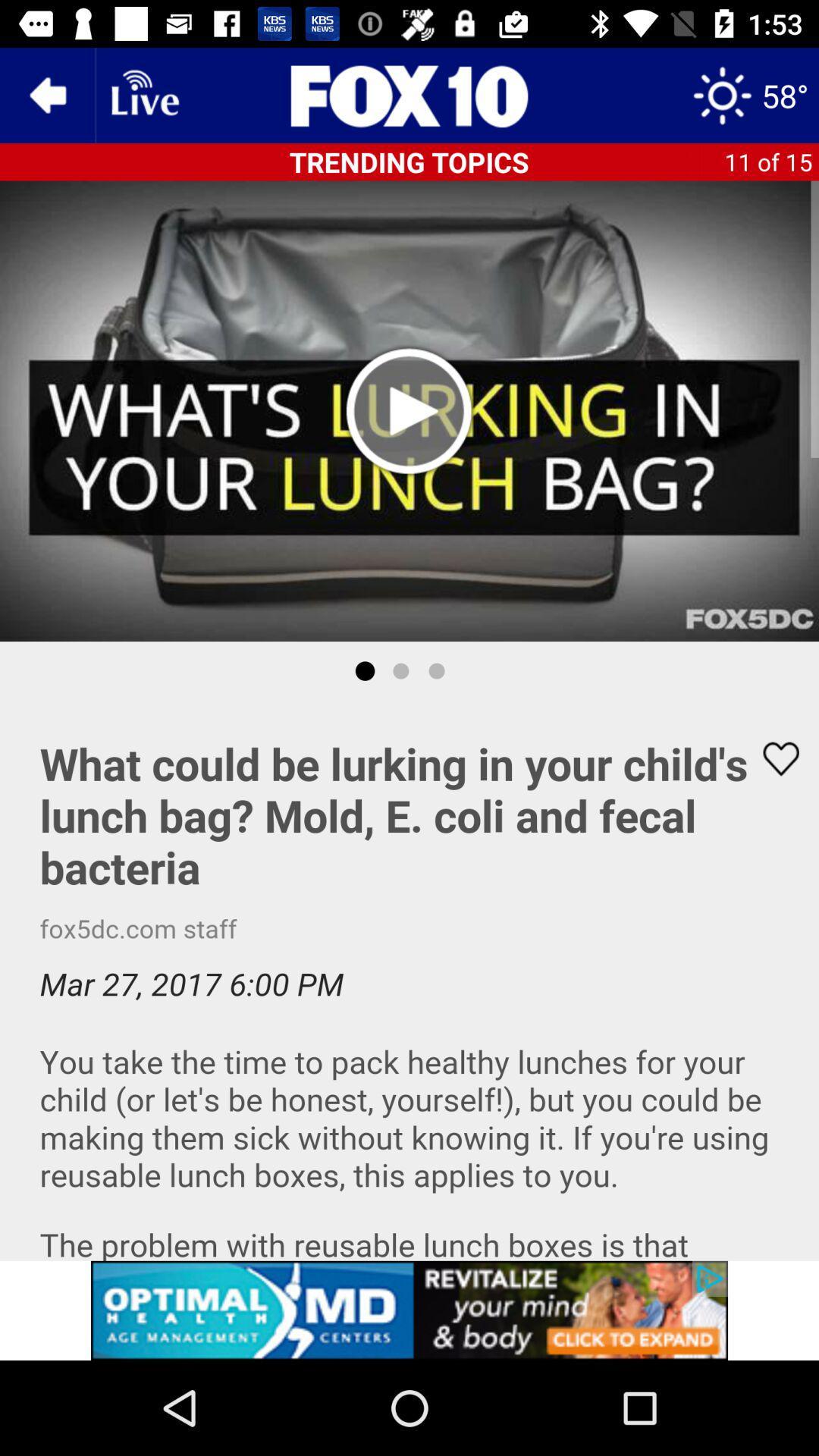 This screenshot has width=819, height=1456. Describe the element at coordinates (771, 758) in the screenshot. I see `the favorite icon` at that location.